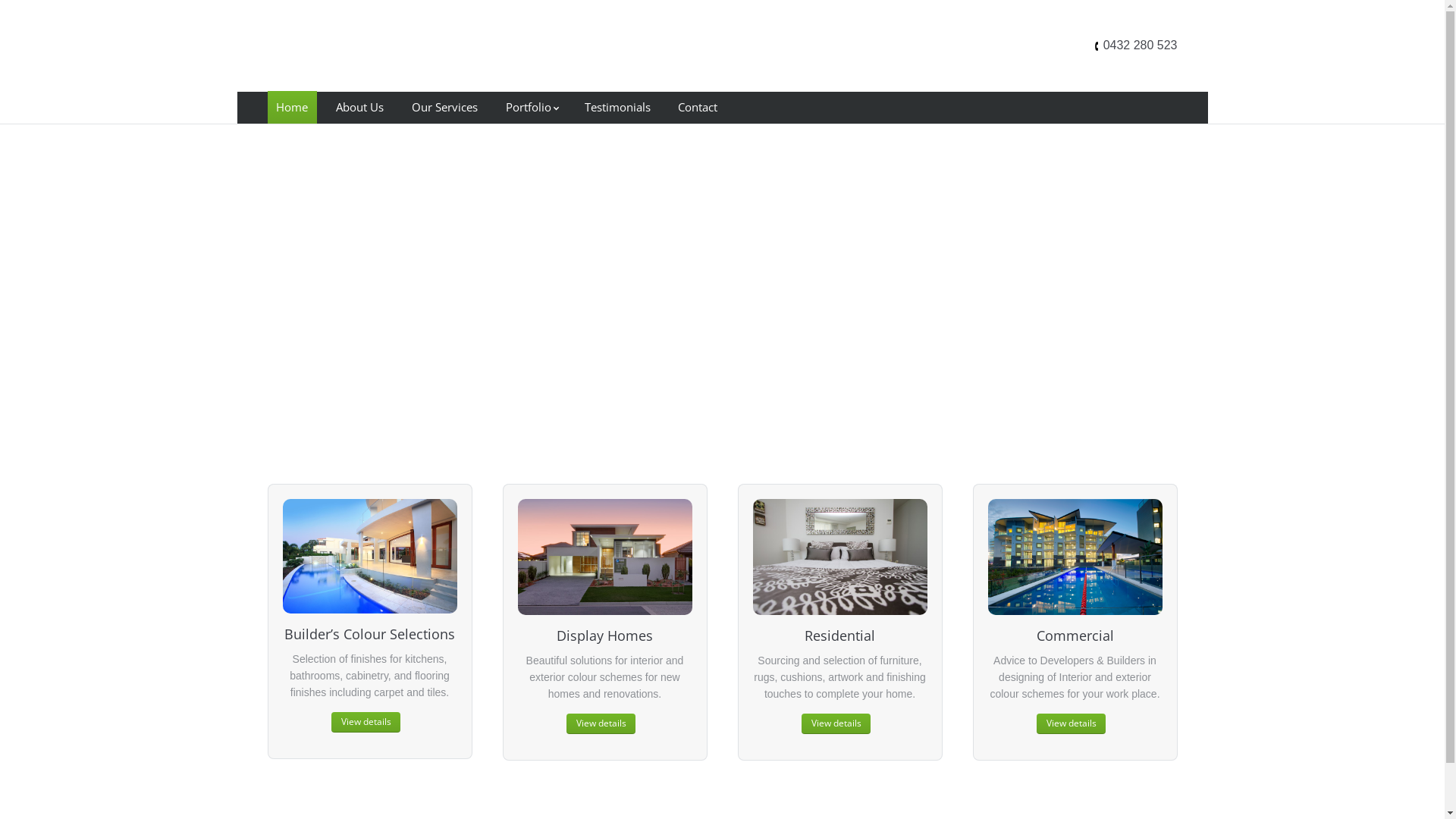  What do you see at coordinates (366, 721) in the screenshot?
I see `'View details'` at bounding box center [366, 721].